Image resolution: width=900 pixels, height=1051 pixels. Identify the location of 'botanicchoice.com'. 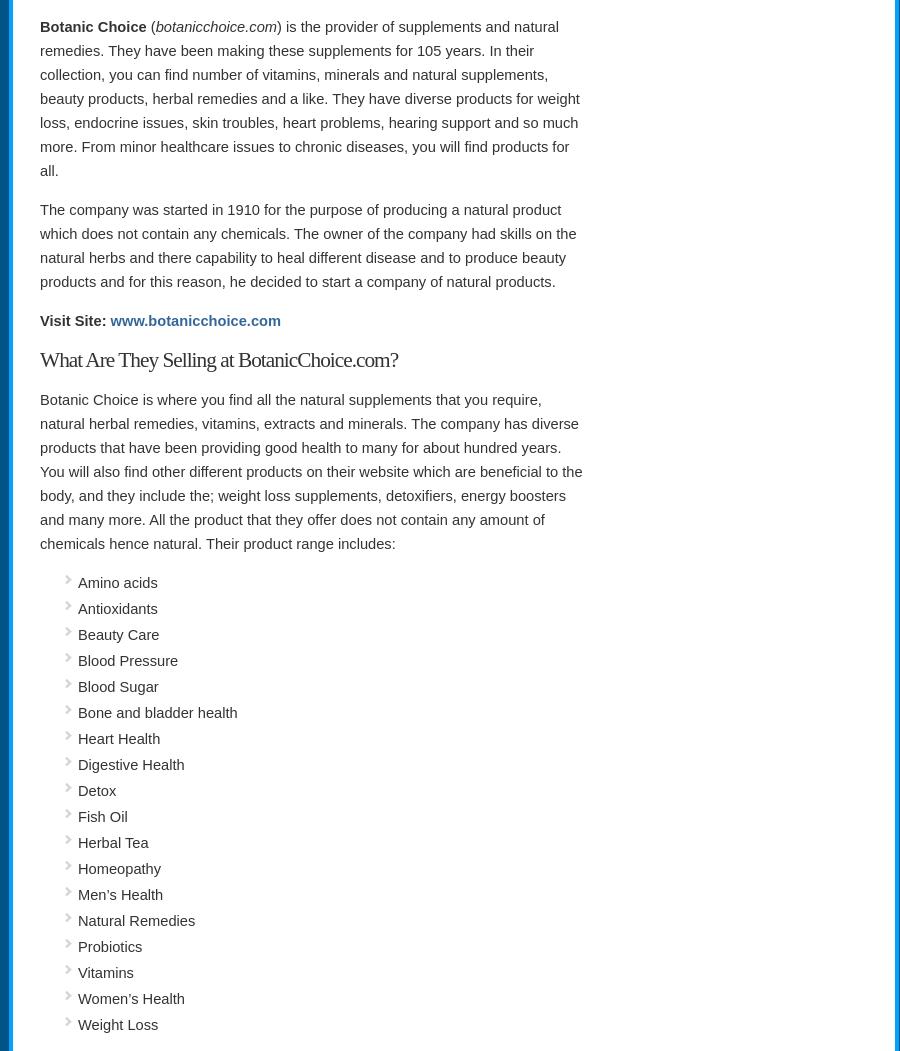
(216, 25).